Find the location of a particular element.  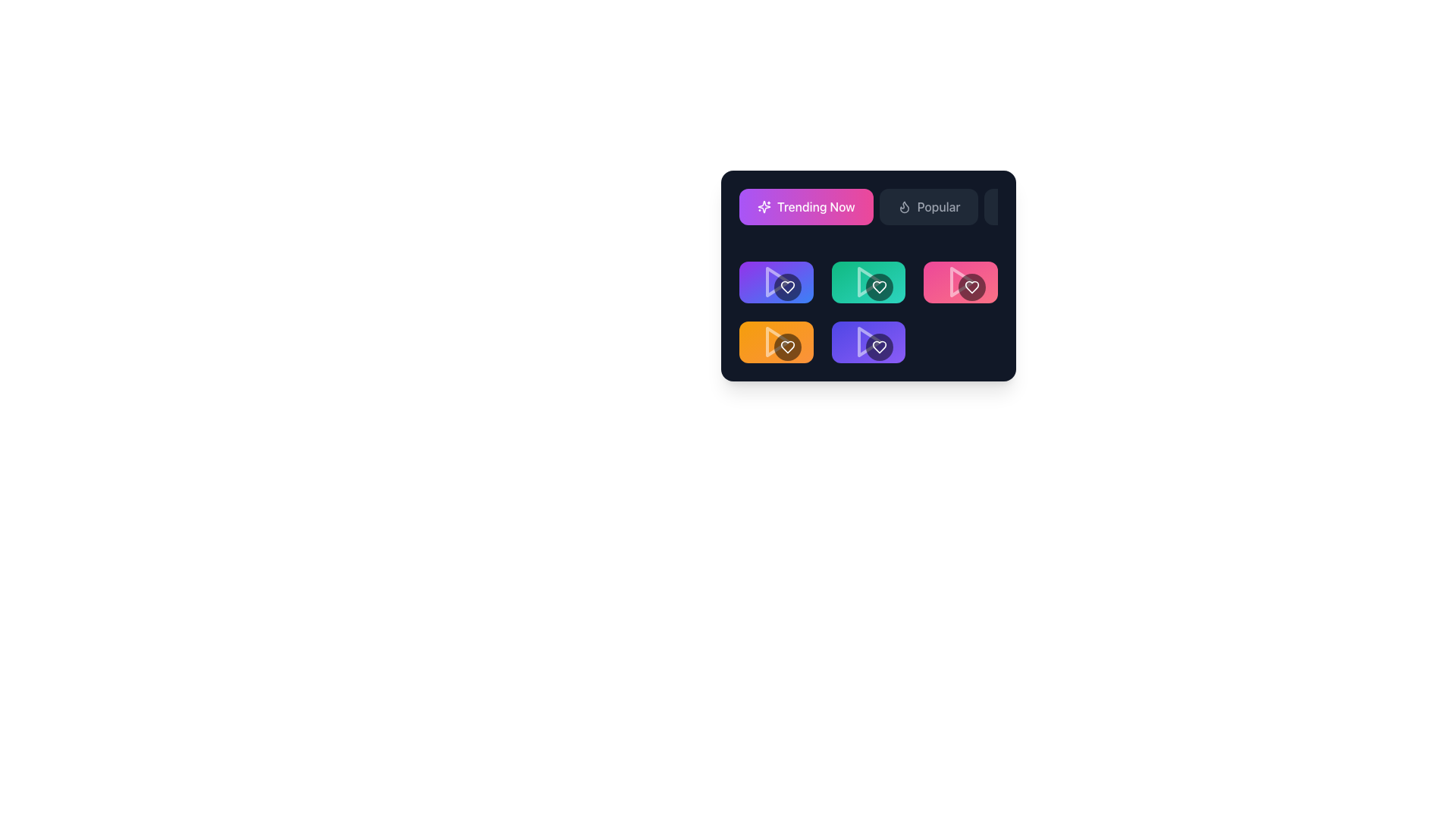

the Interactive media button located at the top-left of the grid under 'Trending Now' is located at coordinates (776, 275).